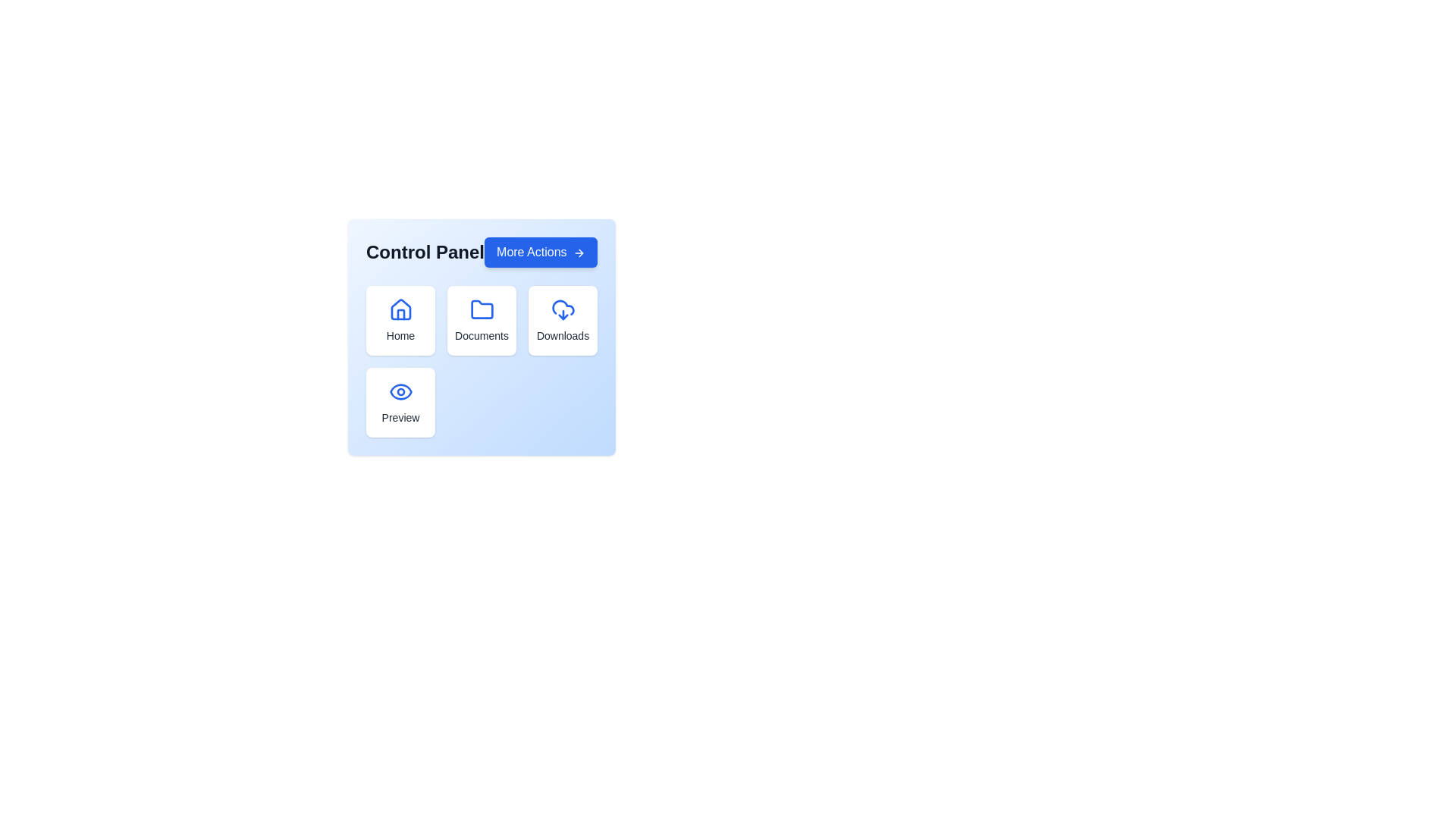  I want to click on the interactive button for accessing the 'Downloads' section, which is the third element in the first row of the grid layout, located to the right of the 'Documents' element and above the 'Preview' element, so click(562, 320).